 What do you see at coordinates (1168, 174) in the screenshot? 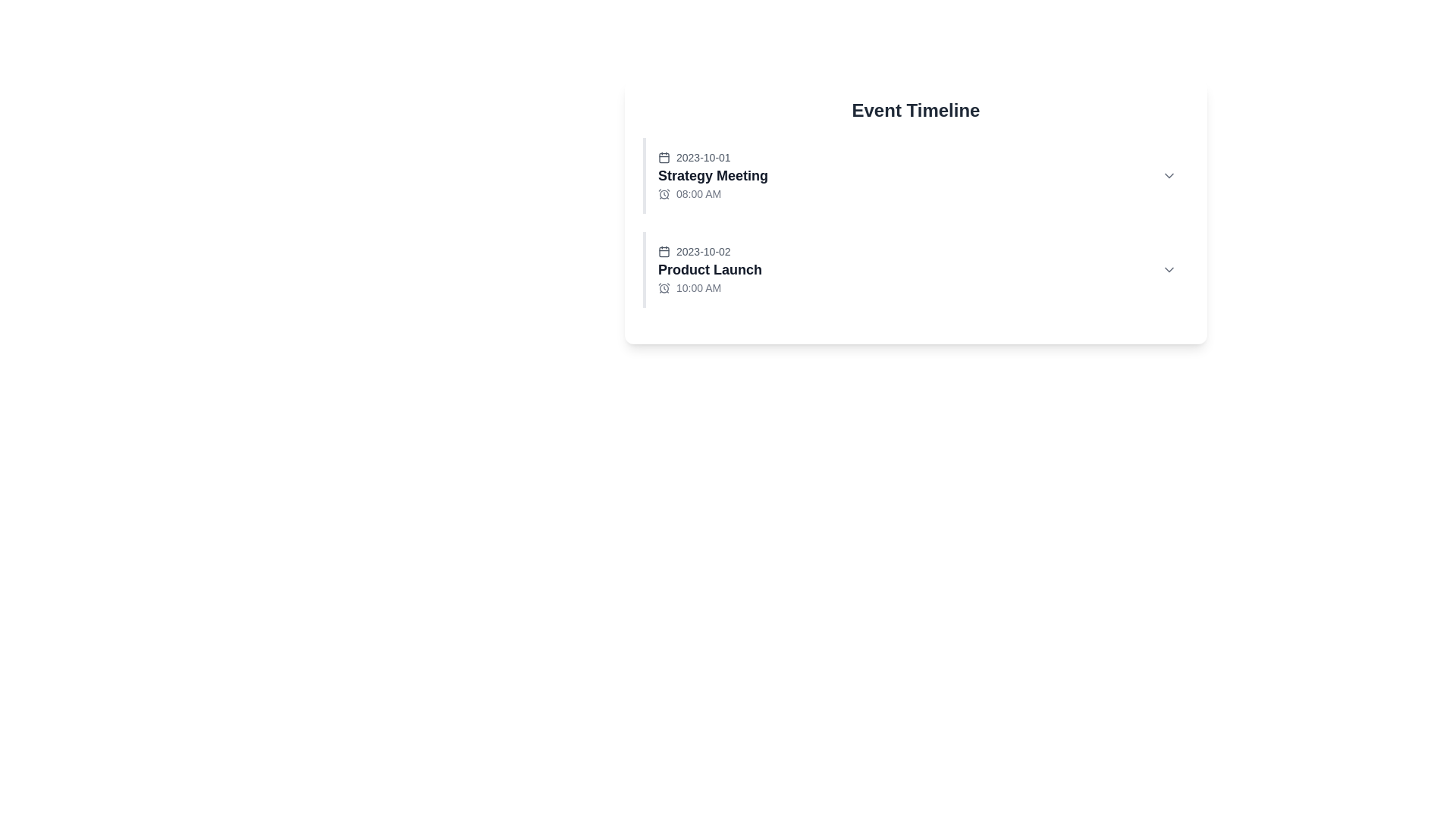
I see `the dropdown toggle icon located at the far right of the '2023-10-01 Strategy Meeting 08:00 AM' text` at bounding box center [1168, 174].